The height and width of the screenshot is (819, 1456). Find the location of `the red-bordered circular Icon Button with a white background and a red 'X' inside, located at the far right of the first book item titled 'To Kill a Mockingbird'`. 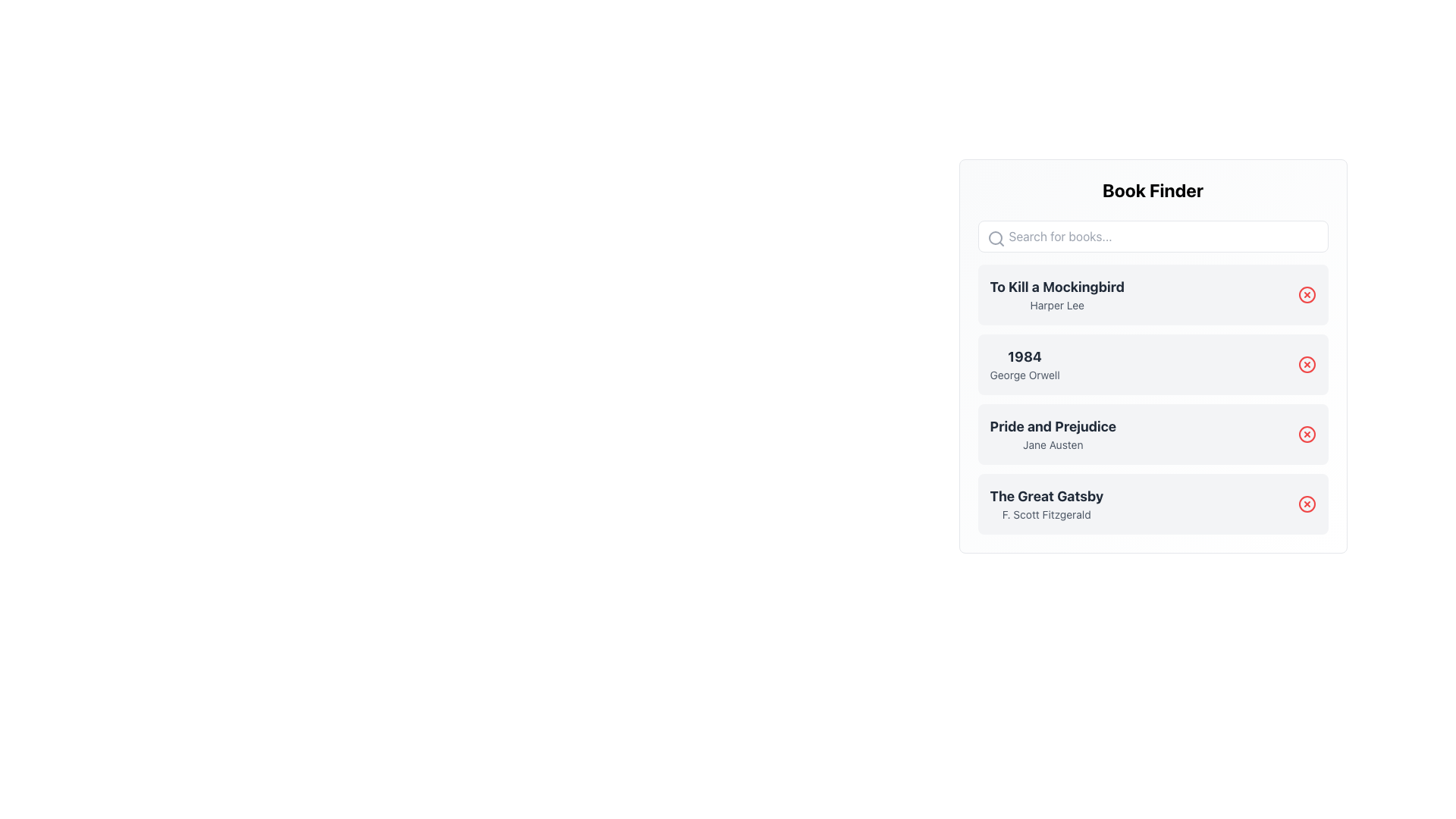

the red-bordered circular Icon Button with a white background and a red 'X' inside, located at the far right of the first book item titled 'To Kill a Mockingbird' is located at coordinates (1306, 295).